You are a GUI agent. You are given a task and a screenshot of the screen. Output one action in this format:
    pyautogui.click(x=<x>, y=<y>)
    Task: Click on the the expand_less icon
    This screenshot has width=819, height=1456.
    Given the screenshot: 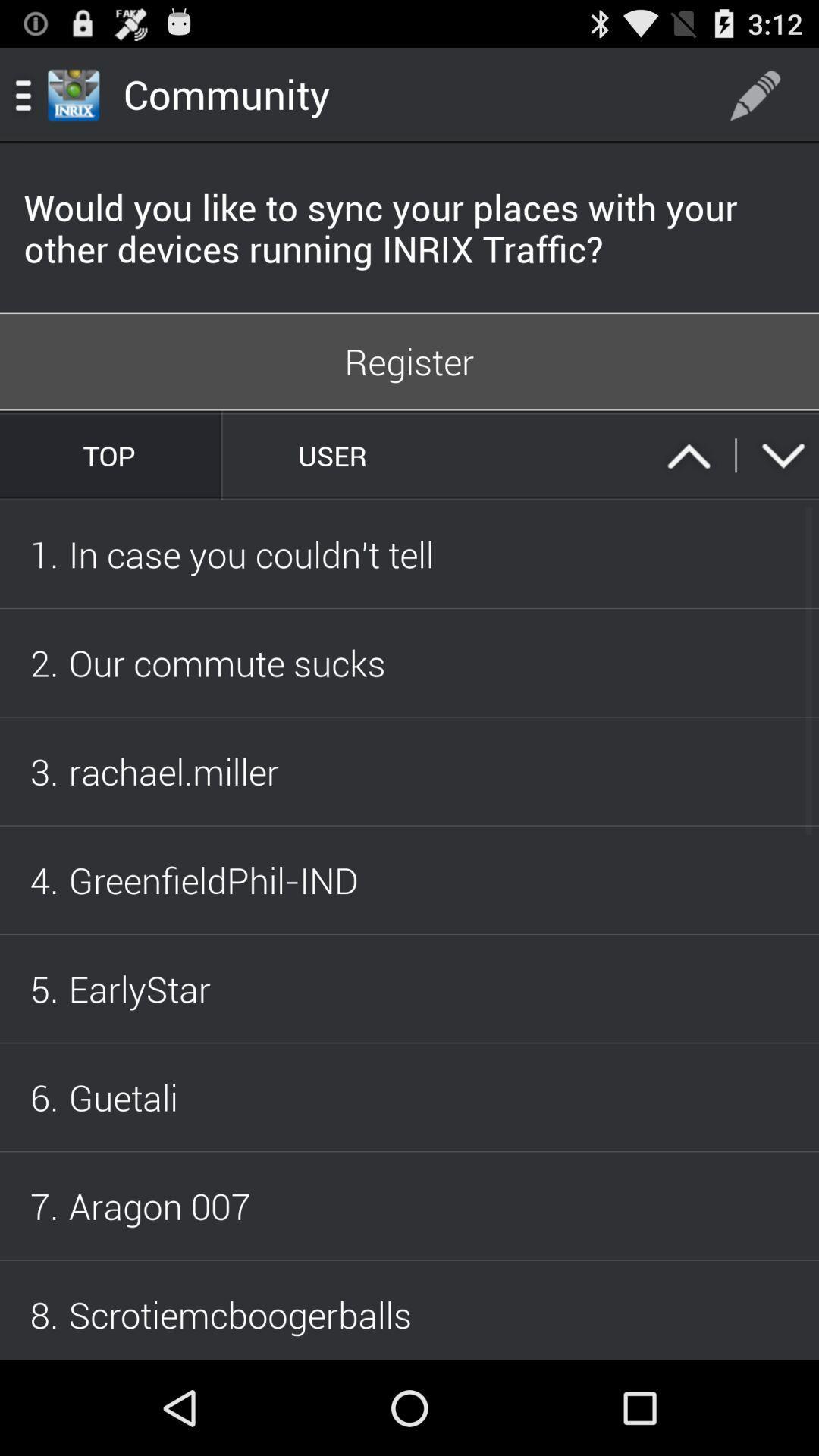 What is the action you would take?
    pyautogui.click(x=689, y=488)
    